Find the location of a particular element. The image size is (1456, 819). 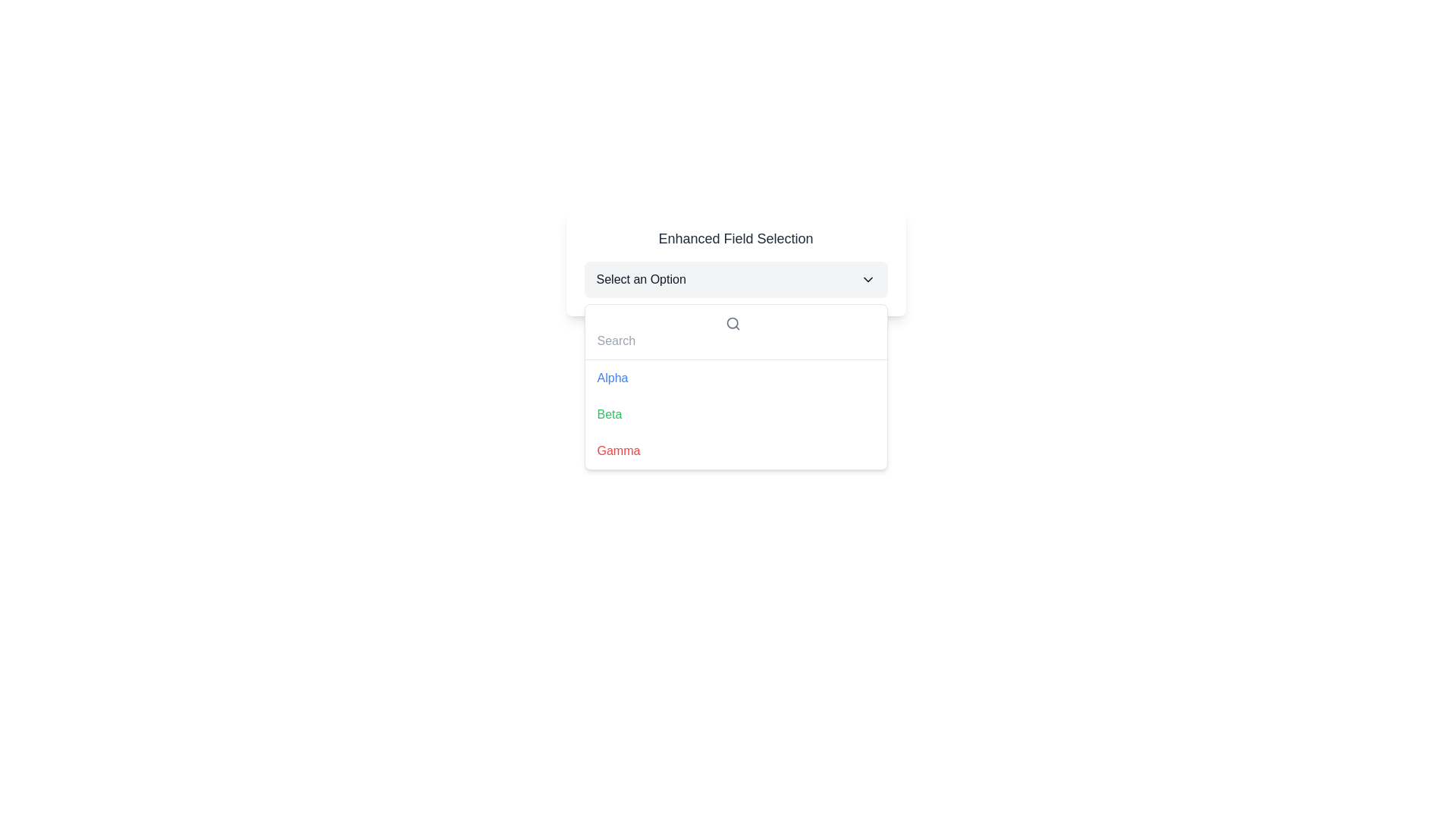

the first item 'Alpha' in the dropdown menu under the header 'Search' is located at coordinates (612, 377).